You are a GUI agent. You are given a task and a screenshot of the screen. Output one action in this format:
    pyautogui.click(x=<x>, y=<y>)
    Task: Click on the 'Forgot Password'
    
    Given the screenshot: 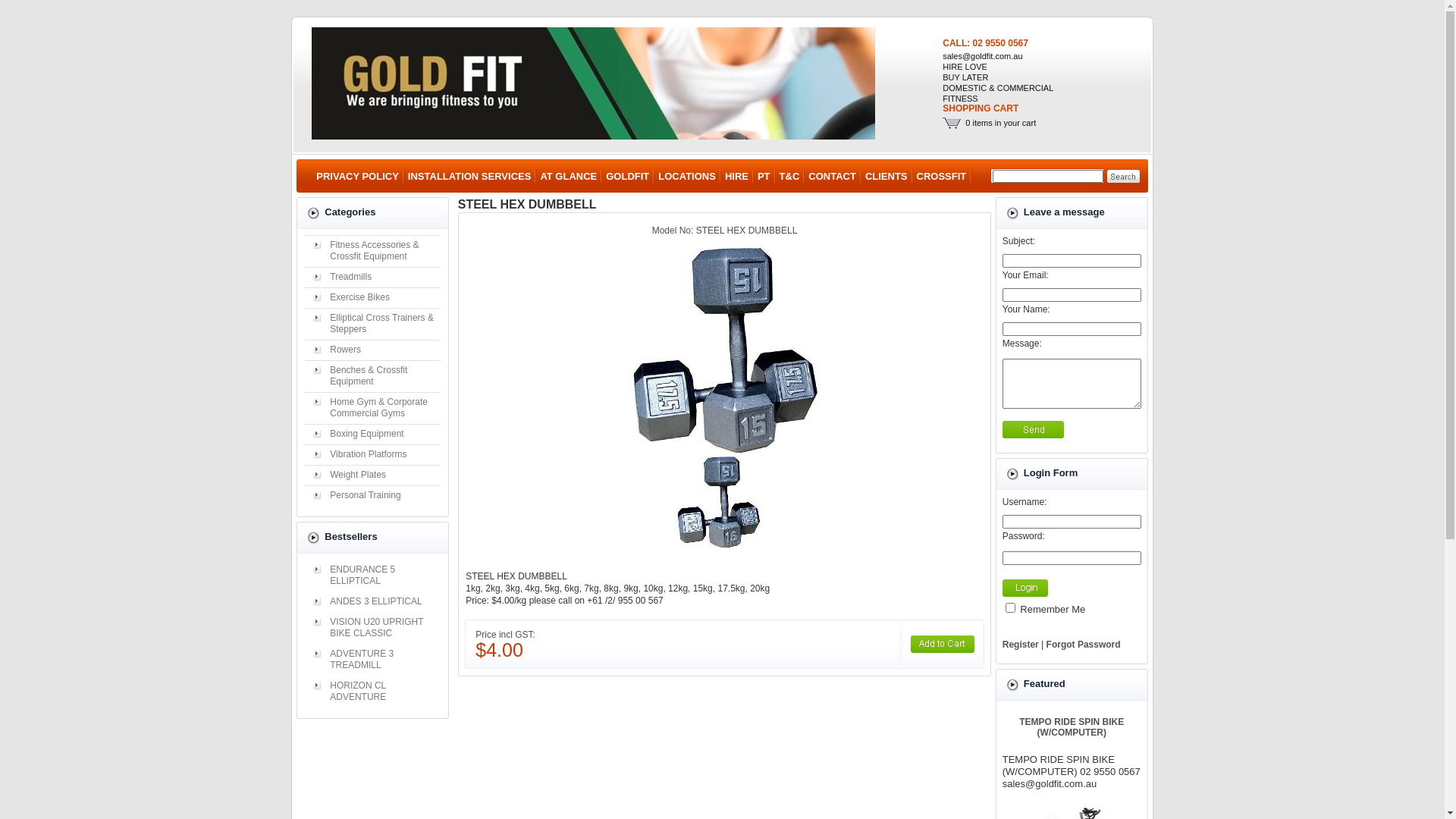 What is the action you would take?
    pyautogui.click(x=1083, y=644)
    